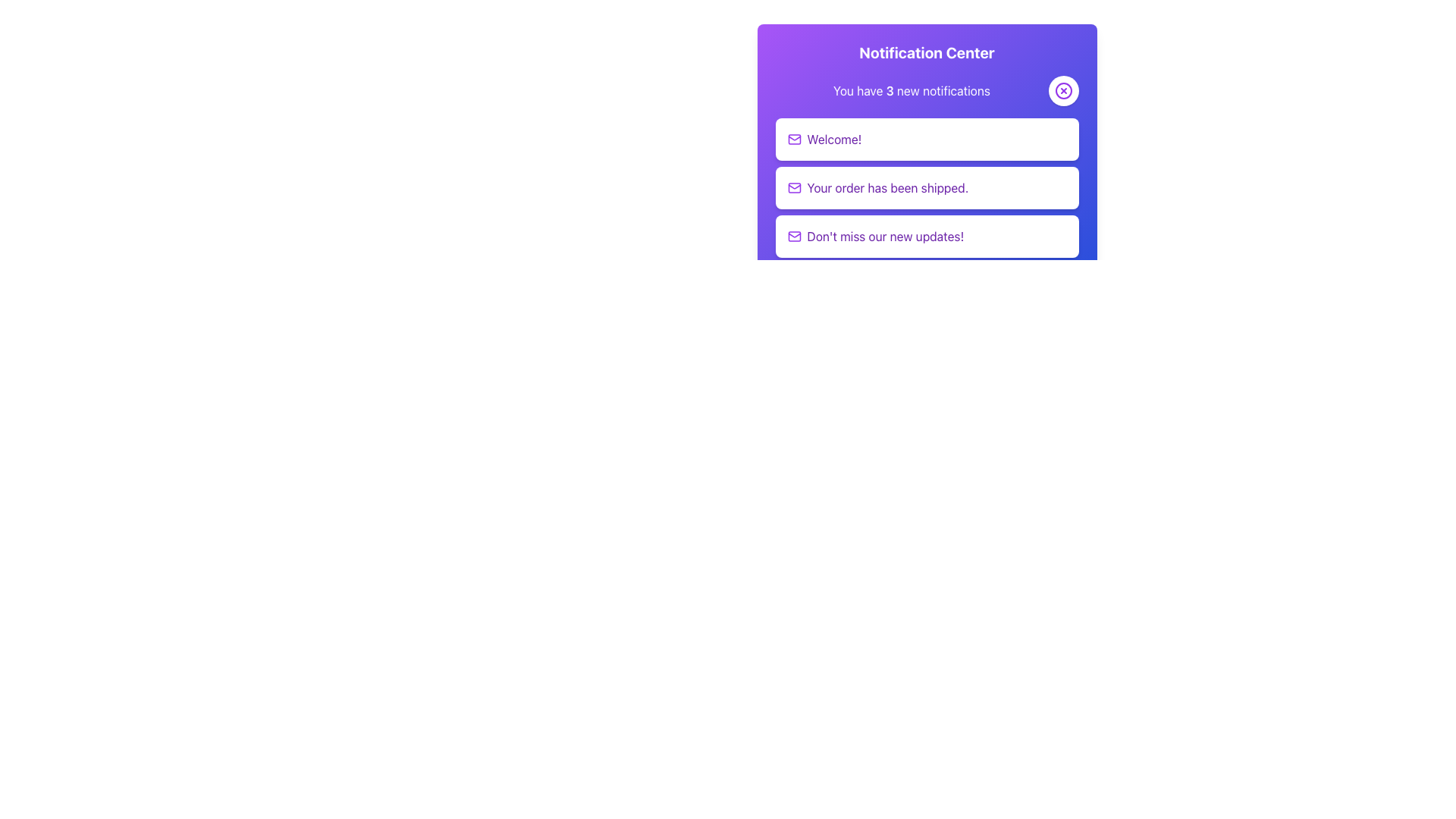  I want to click on the graphical email icon component located to the left of the text message 'Your order has been shipped' in the second notification item of the notification center, so click(793, 187).